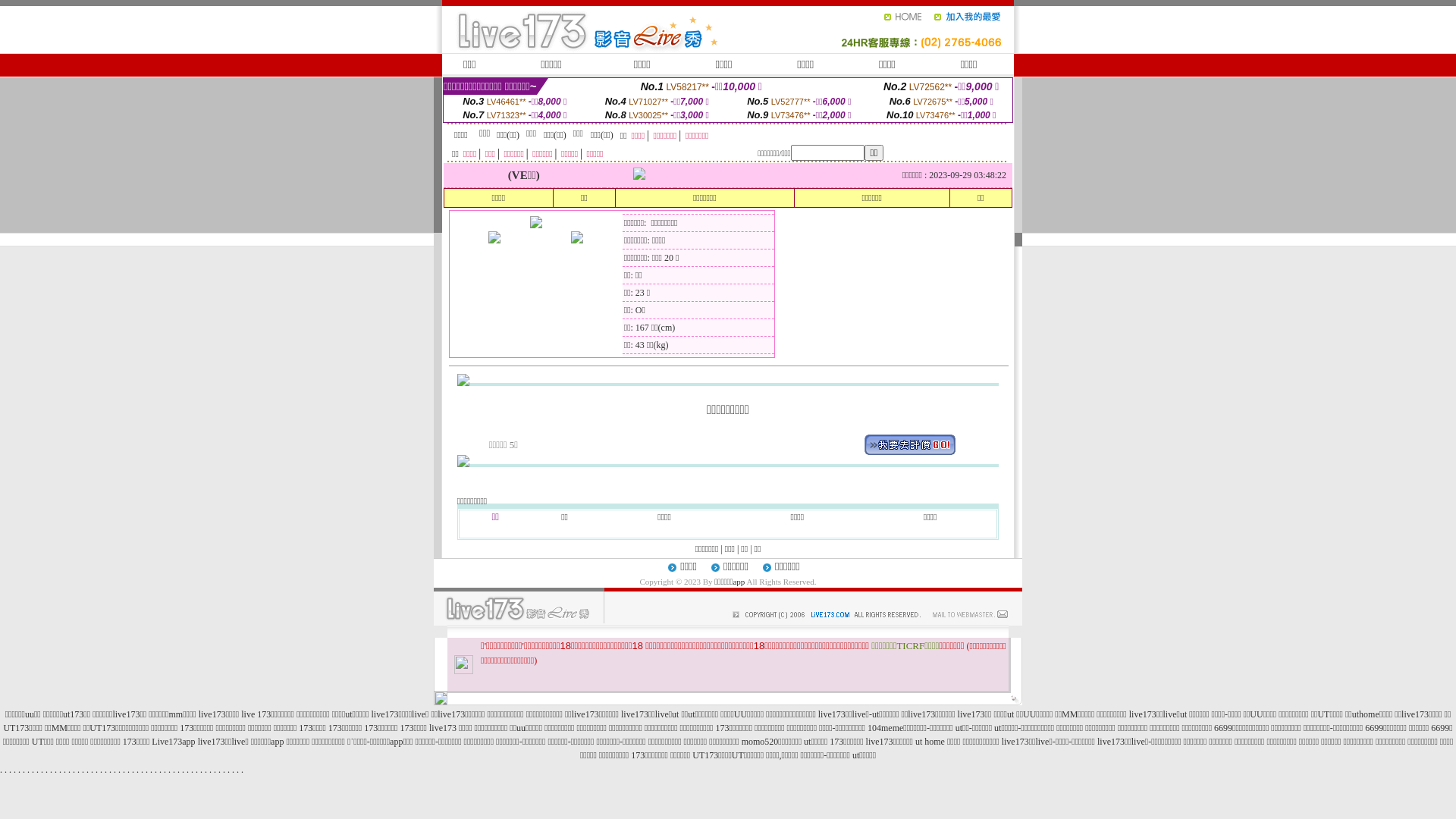 The width and height of the screenshot is (1456, 819). I want to click on '.', so click(174, 769).